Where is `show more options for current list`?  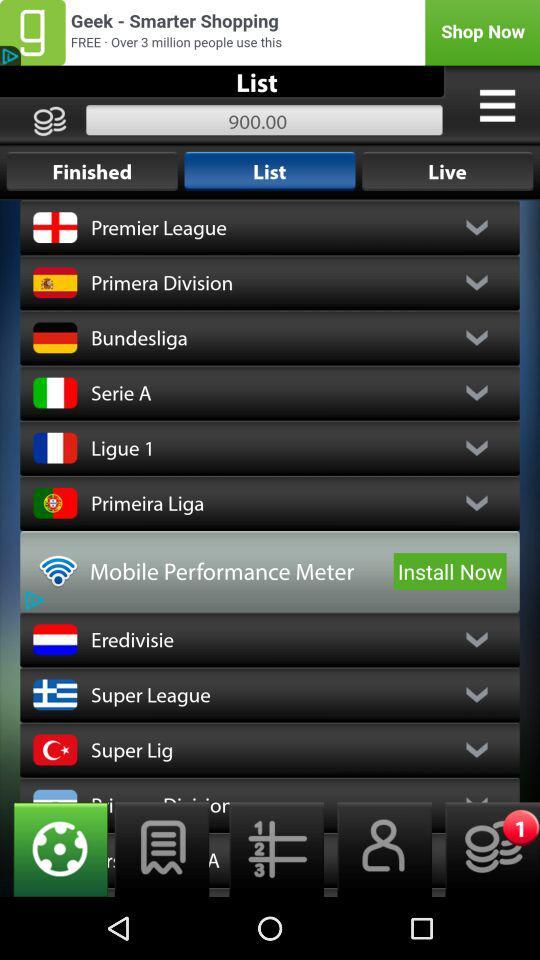 show more options for current list is located at coordinates (496, 105).